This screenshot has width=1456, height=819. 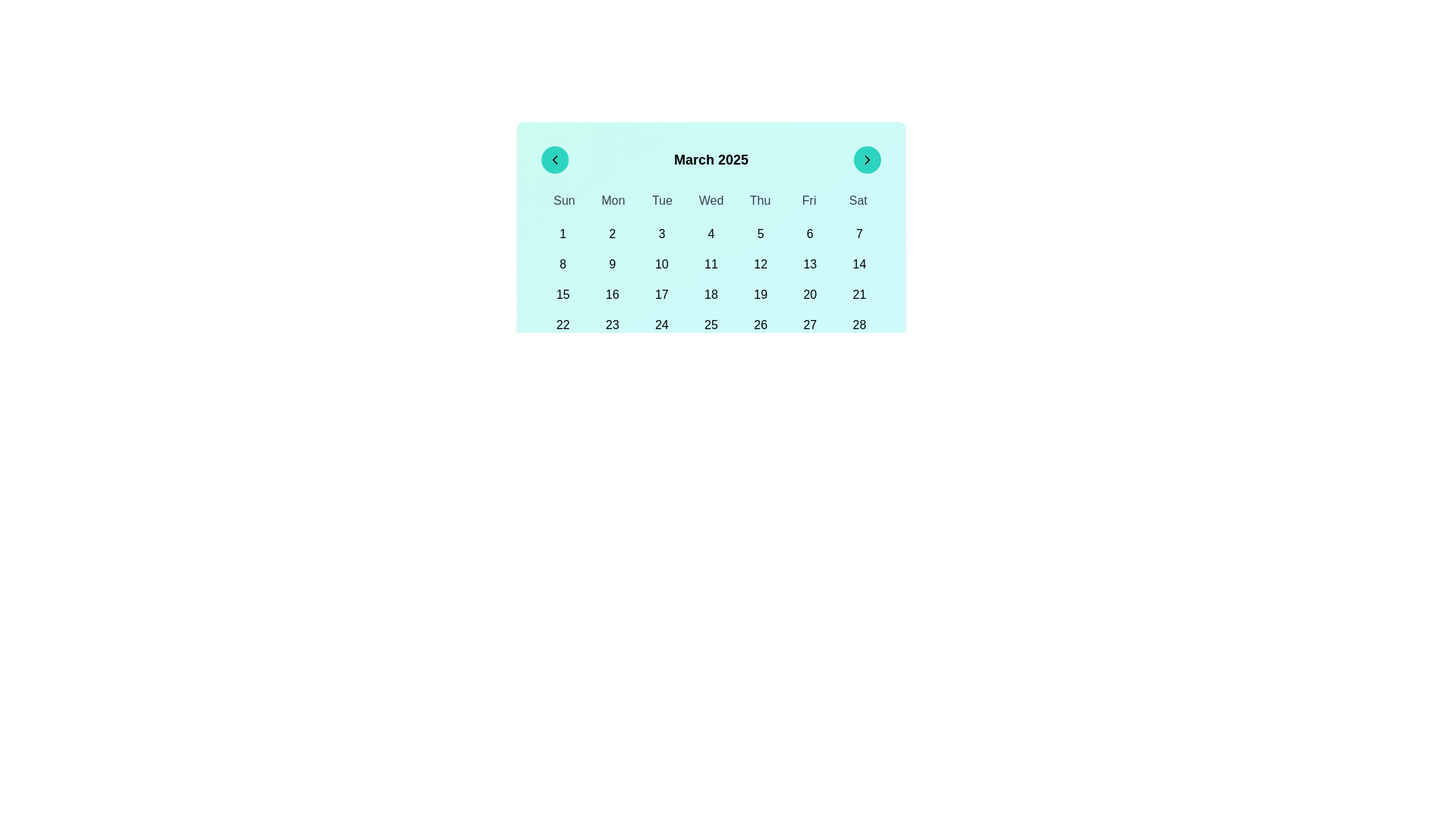 I want to click on the button representing the date '3', so click(x=661, y=234).